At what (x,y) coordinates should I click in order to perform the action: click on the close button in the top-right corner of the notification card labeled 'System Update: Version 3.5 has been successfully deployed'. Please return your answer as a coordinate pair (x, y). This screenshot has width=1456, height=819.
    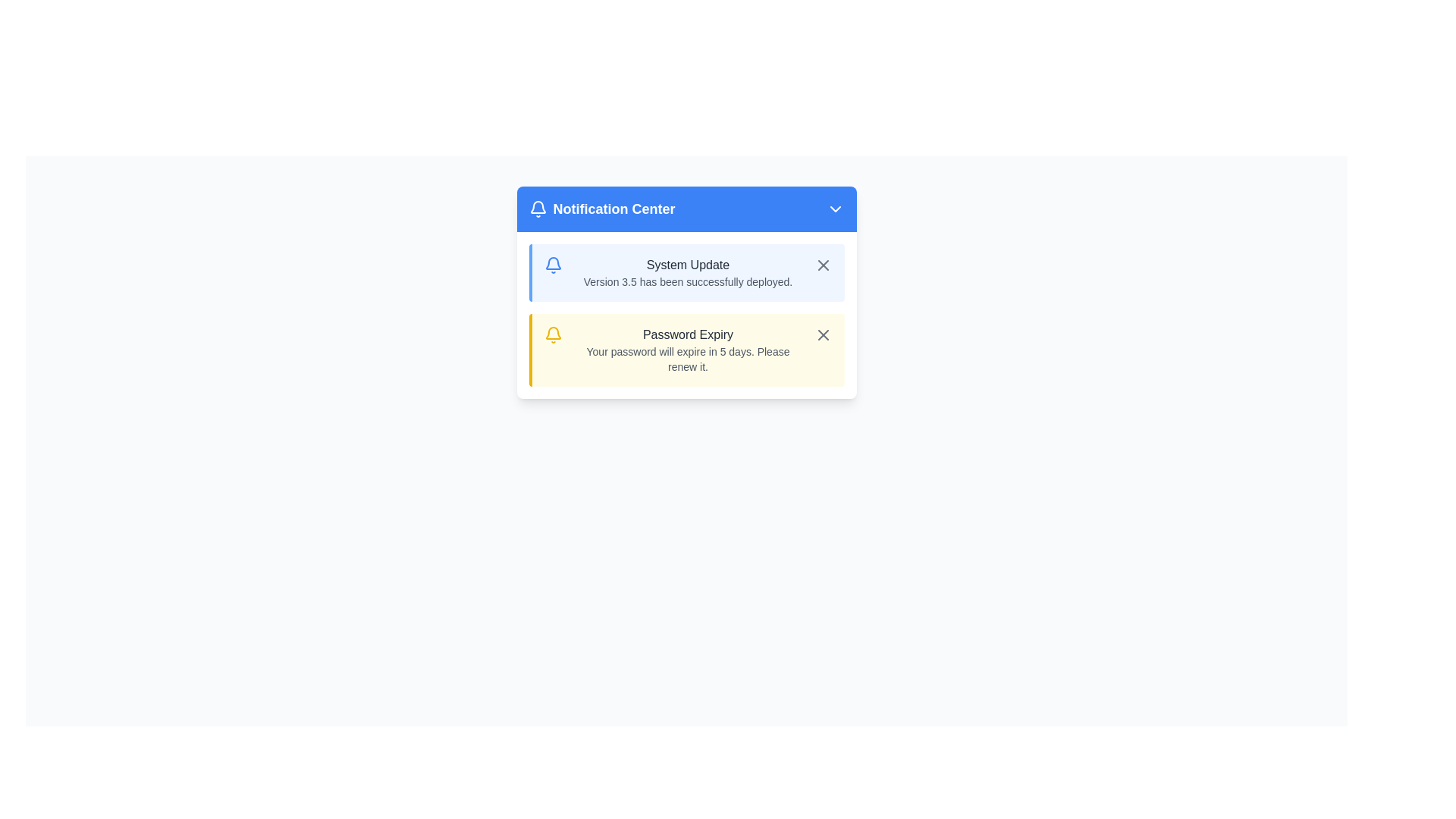
    Looking at the image, I should click on (822, 265).